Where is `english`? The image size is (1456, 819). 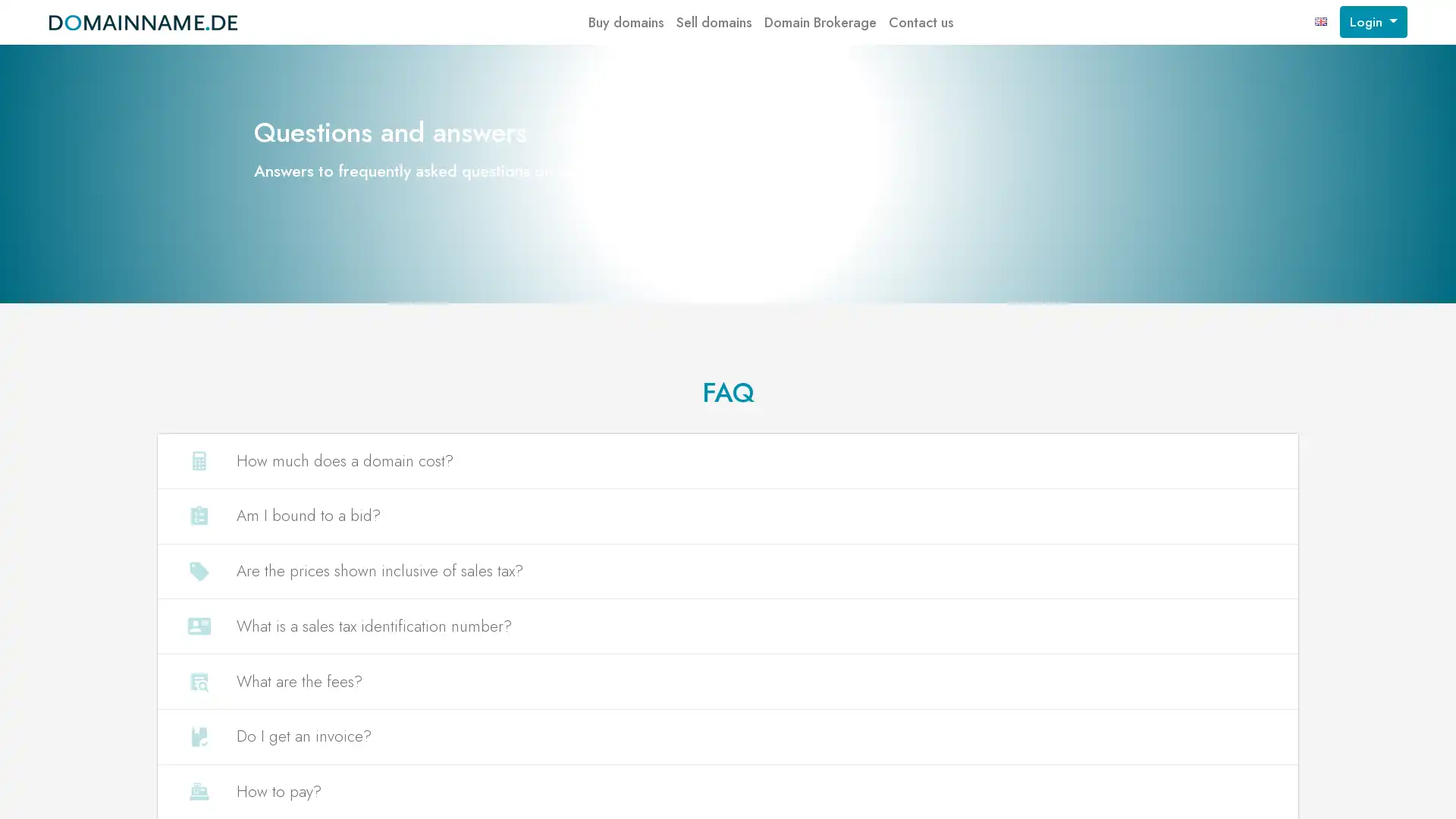
english is located at coordinates (1320, 22).